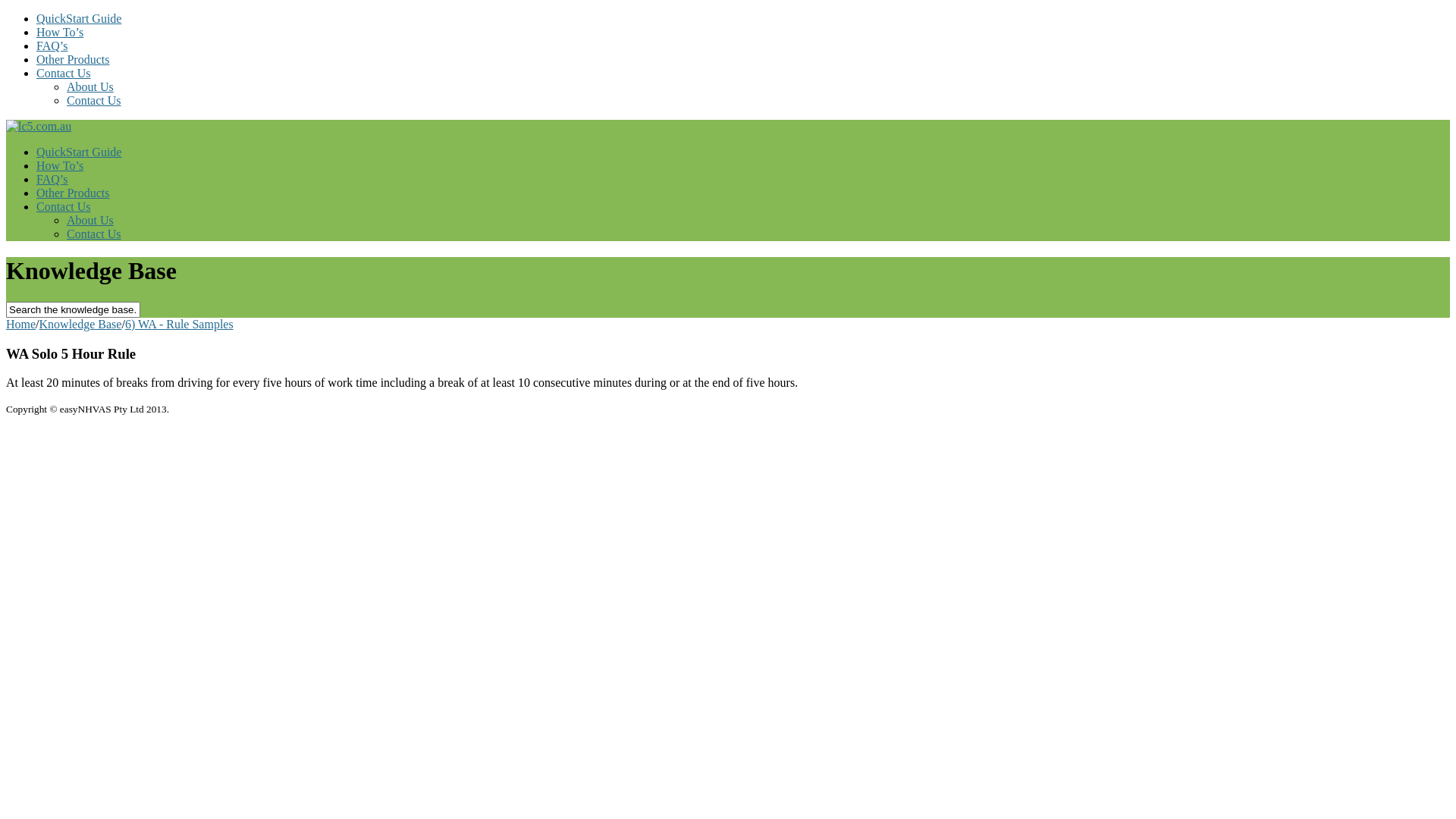  I want to click on 'Knowledge Base', so click(80, 323).